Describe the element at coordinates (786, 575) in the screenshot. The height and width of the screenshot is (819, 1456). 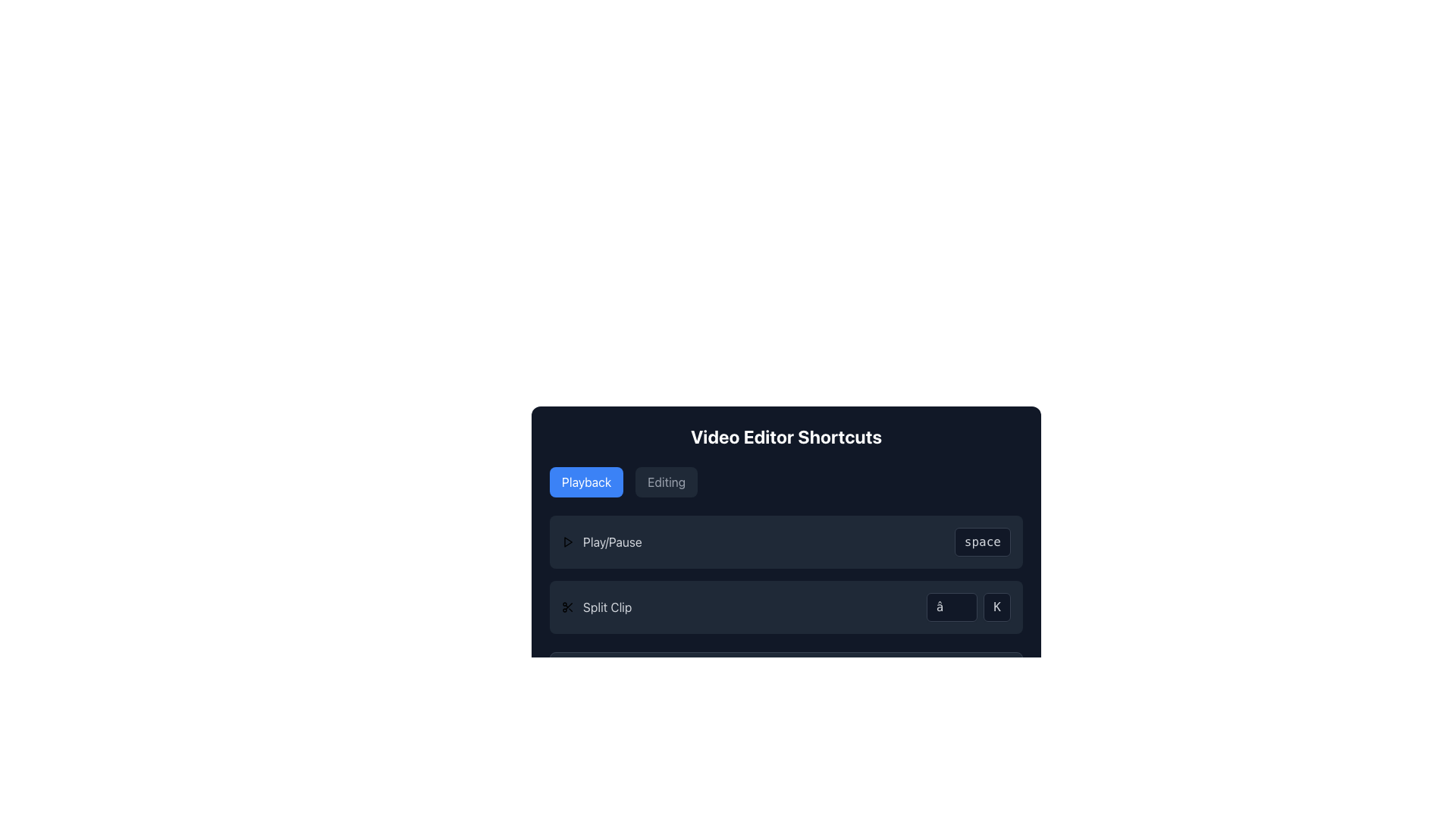
I see `the displayed shortcuts in the 'Video Editor Shortcuts' section, specifically the 'Play/Pause' and 'Split Clip' commands` at that location.